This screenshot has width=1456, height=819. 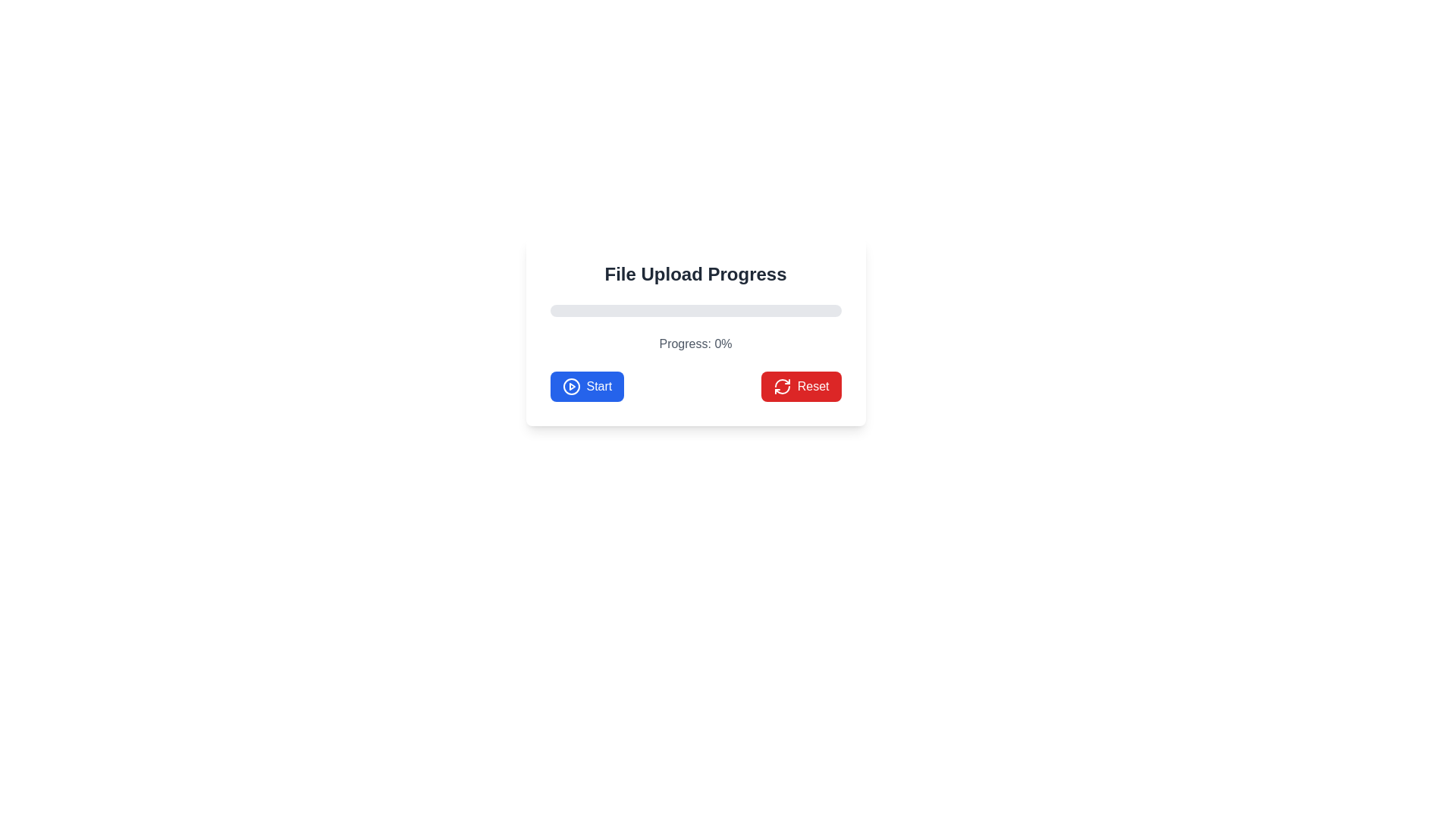 I want to click on the red 'Reset' button with a circular arrow icon and bold white text to initiate a reset action, so click(x=800, y=385).